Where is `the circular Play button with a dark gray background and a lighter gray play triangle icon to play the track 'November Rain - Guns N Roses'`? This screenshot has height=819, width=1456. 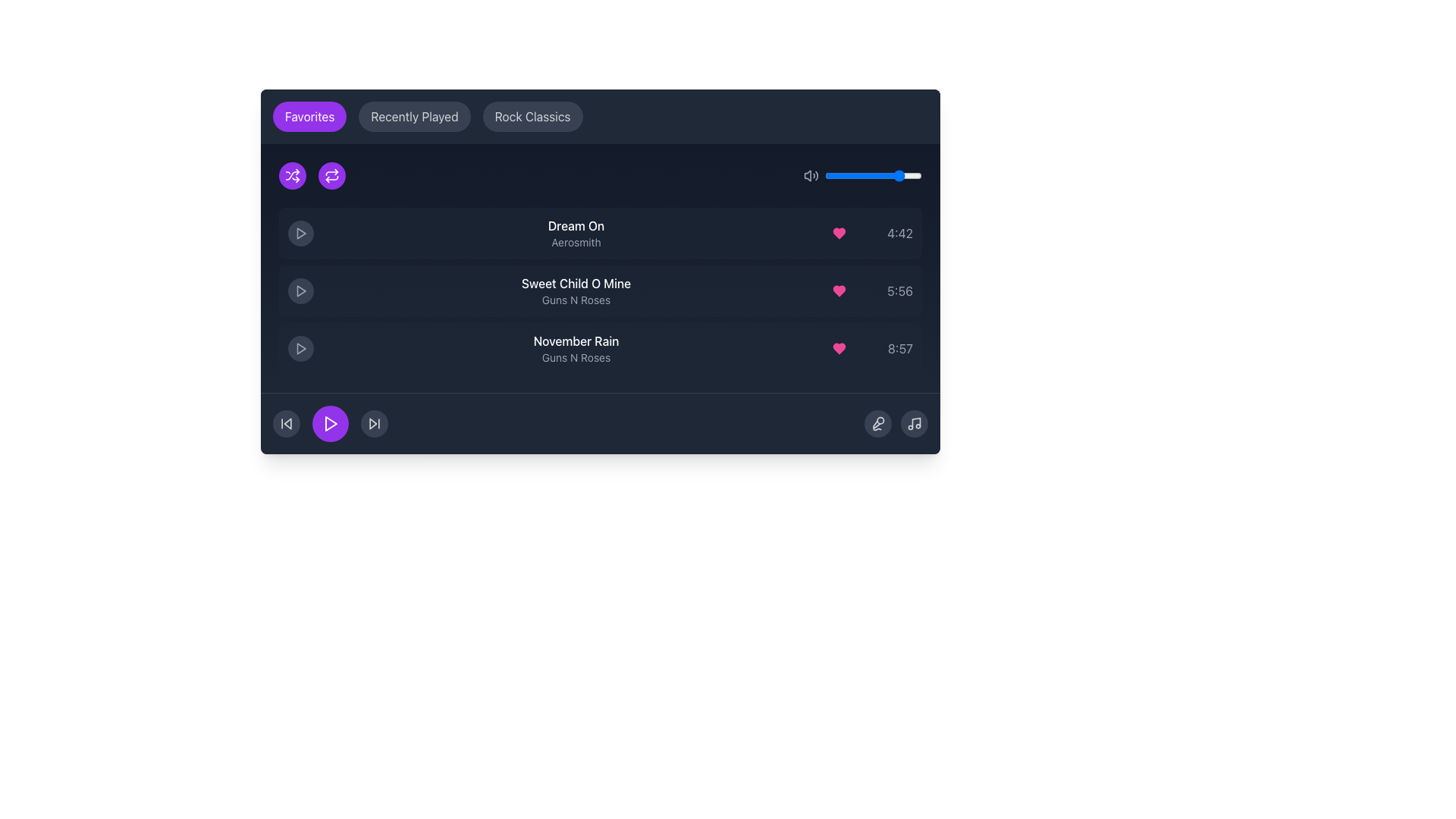 the circular Play button with a dark gray background and a lighter gray play triangle icon to play the track 'November Rain - Guns N Roses' is located at coordinates (301, 348).